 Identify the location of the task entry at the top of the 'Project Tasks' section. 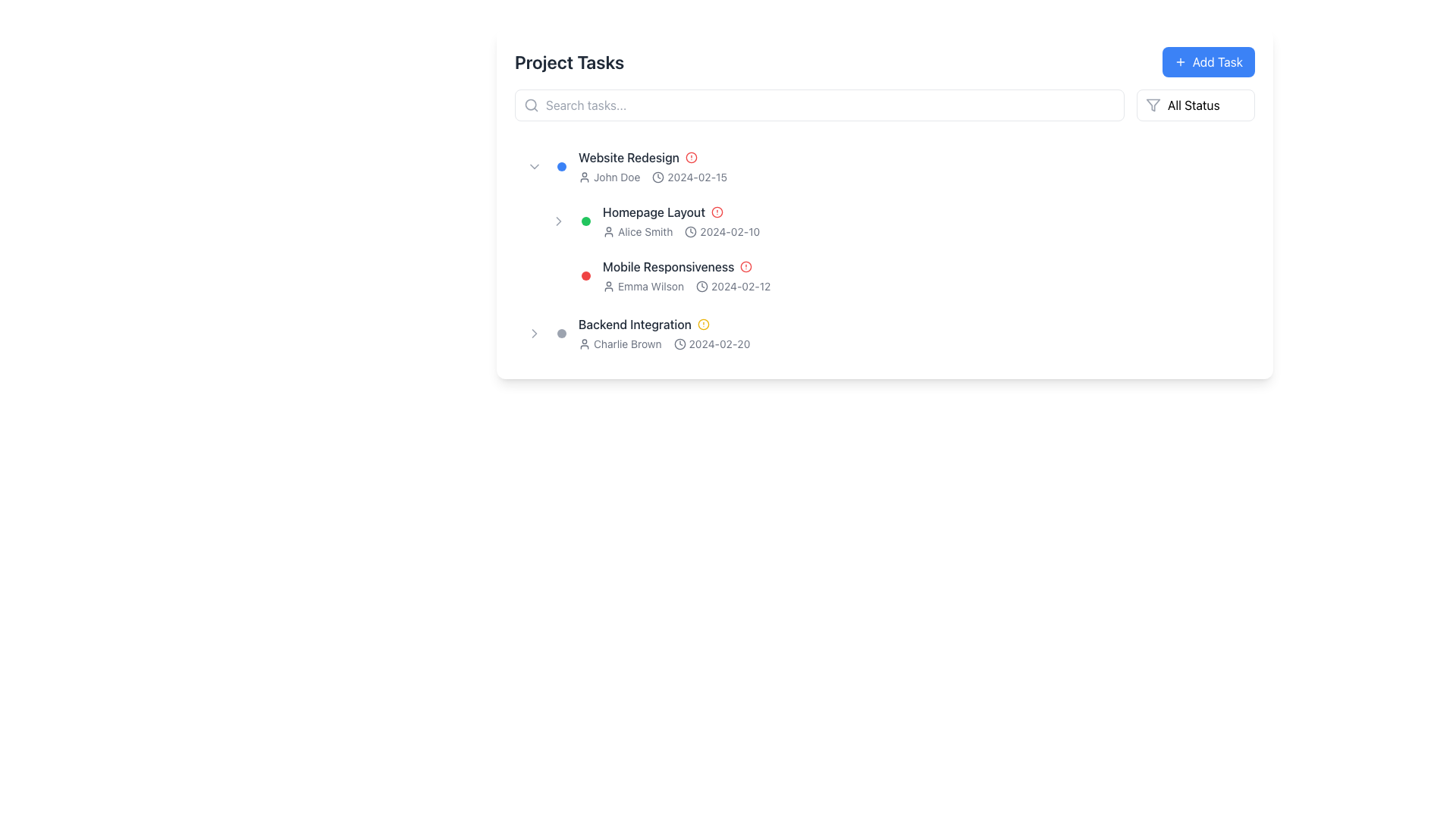
(912, 166).